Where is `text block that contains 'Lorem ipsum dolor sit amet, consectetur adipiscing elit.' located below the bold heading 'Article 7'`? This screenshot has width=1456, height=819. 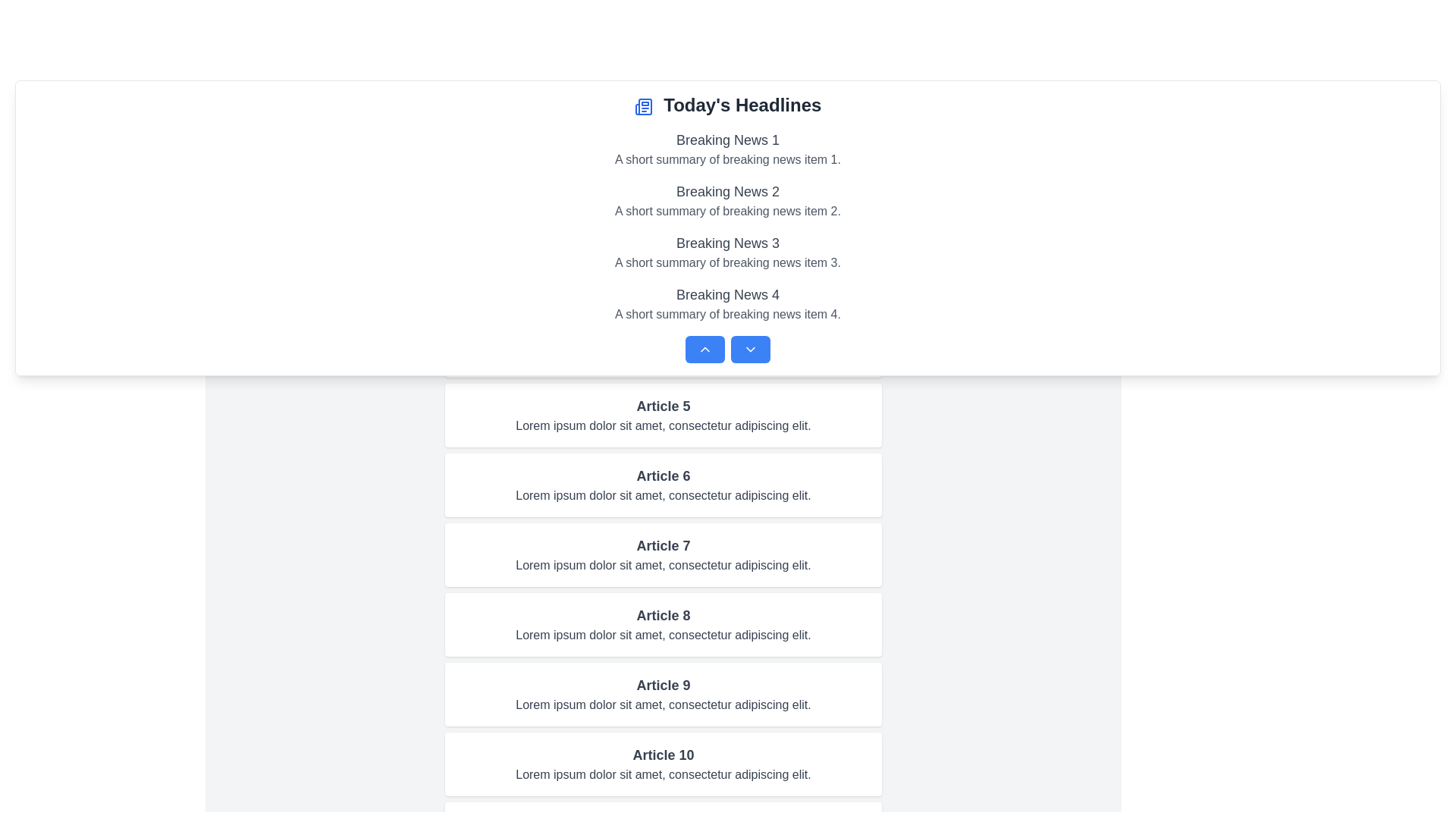 text block that contains 'Lorem ipsum dolor sit amet, consectetur adipiscing elit.' located below the bold heading 'Article 7' is located at coordinates (663, 565).